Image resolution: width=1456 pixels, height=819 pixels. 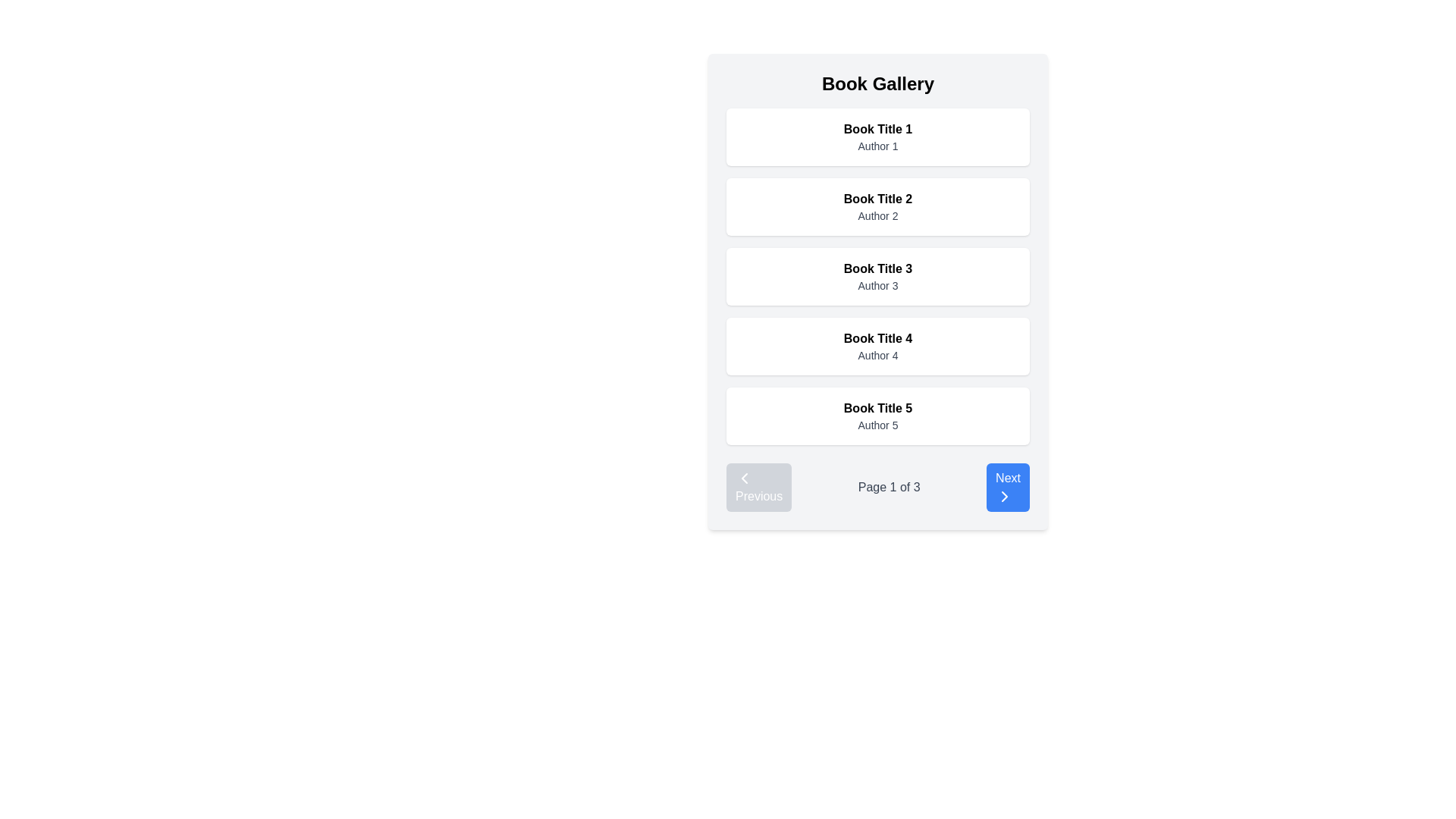 What do you see at coordinates (877, 356) in the screenshot?
I see `the 'Author 4' text label, which is displayed in a gray font and is located below the 'Book Title 4' within the fourth card of the book list` at bounding box center [877, 356].